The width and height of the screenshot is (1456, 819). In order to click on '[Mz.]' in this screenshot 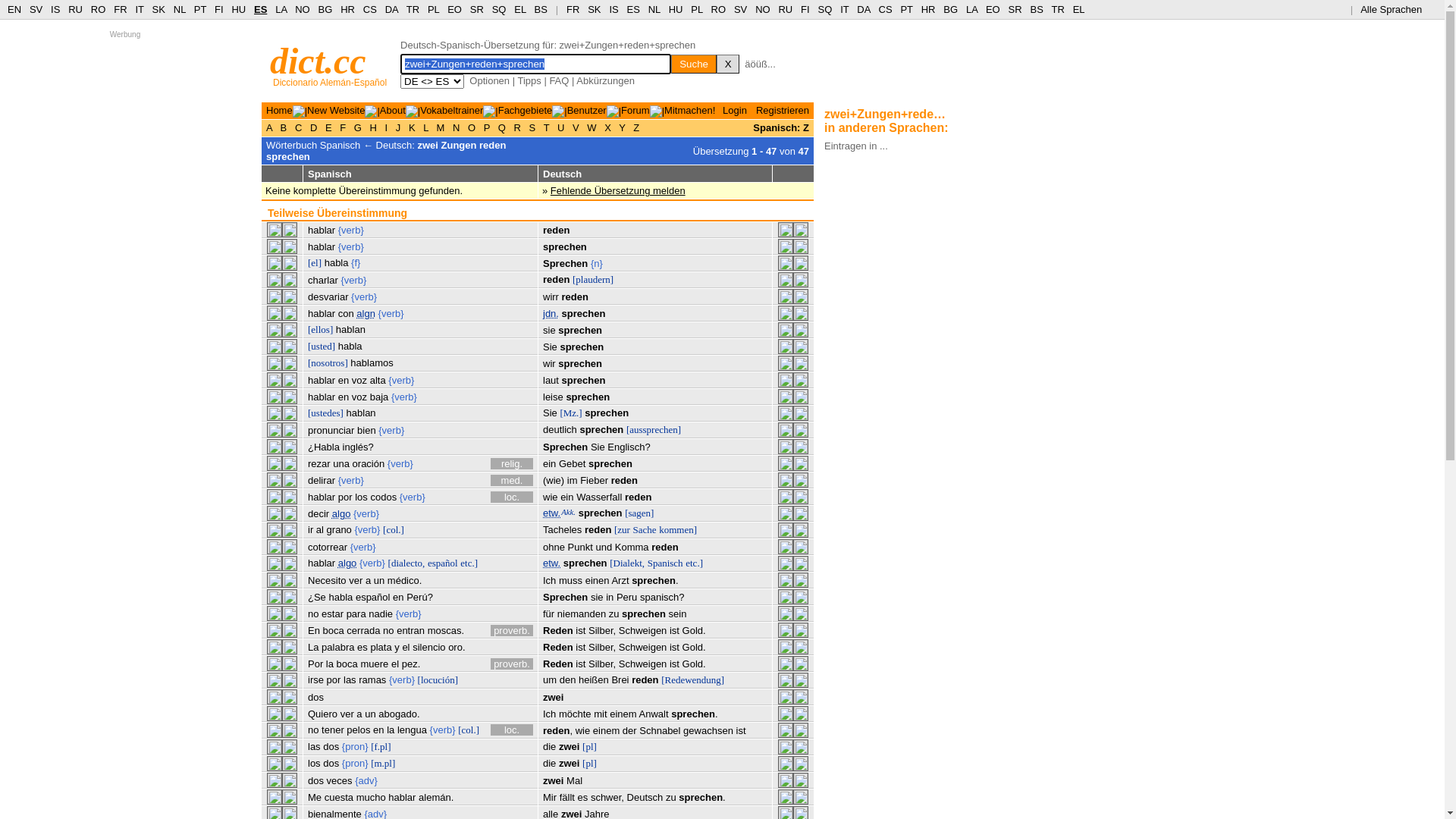, I will do `click(559, 413)`.